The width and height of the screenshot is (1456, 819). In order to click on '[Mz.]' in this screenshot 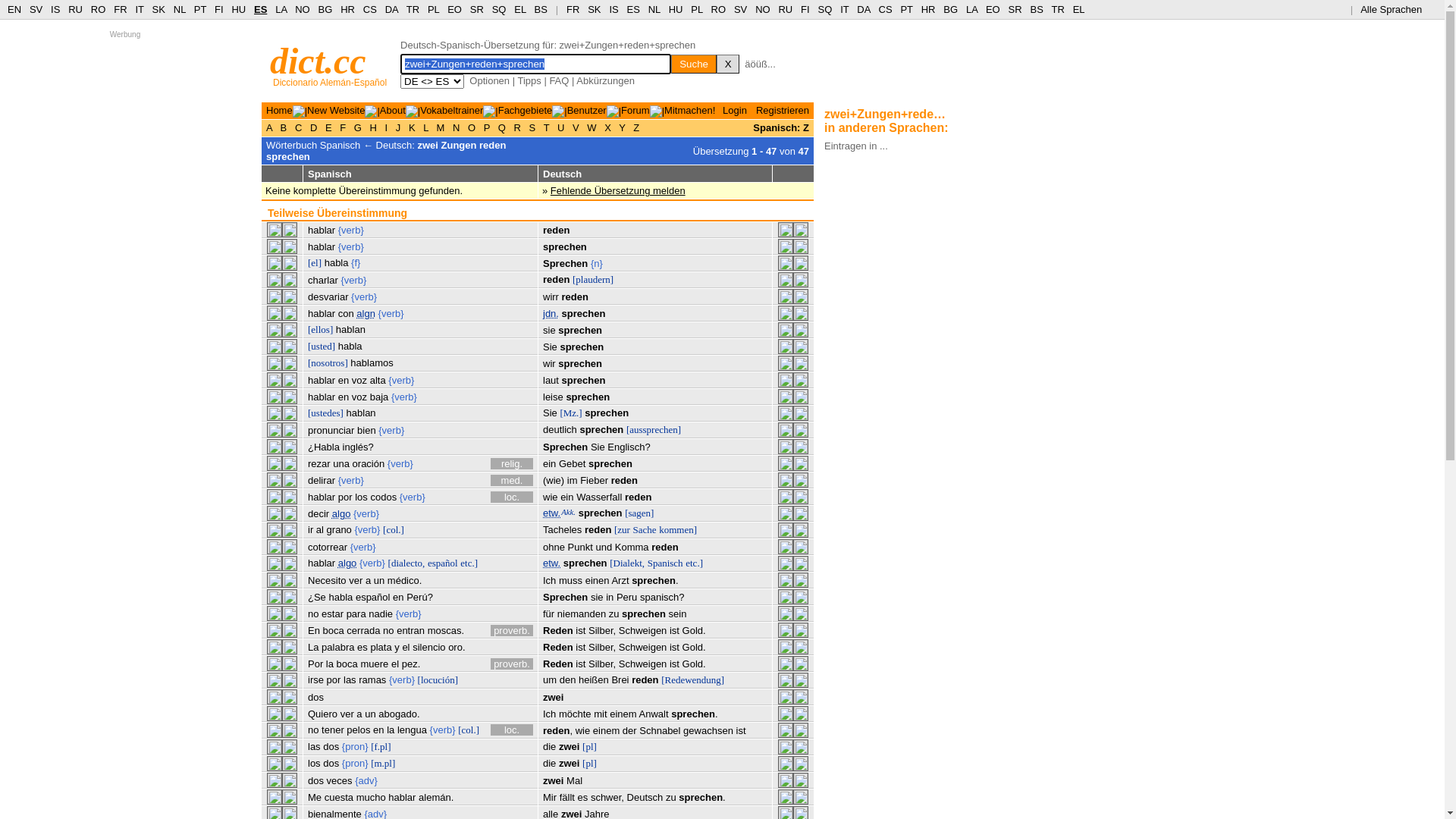, I will do `click(559, 413)`.